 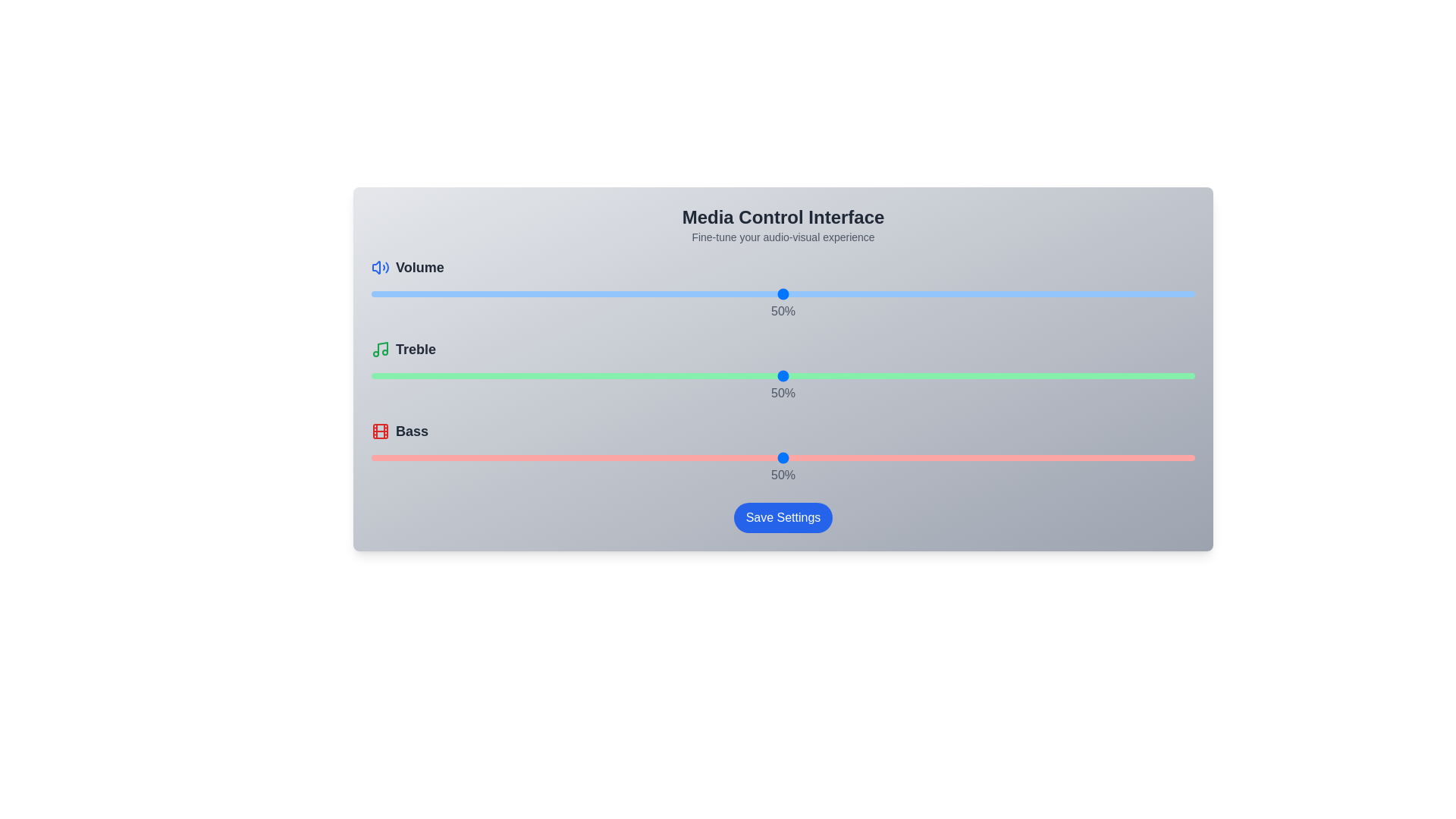 I want to click on the slider value, so click(x=428, y=375).